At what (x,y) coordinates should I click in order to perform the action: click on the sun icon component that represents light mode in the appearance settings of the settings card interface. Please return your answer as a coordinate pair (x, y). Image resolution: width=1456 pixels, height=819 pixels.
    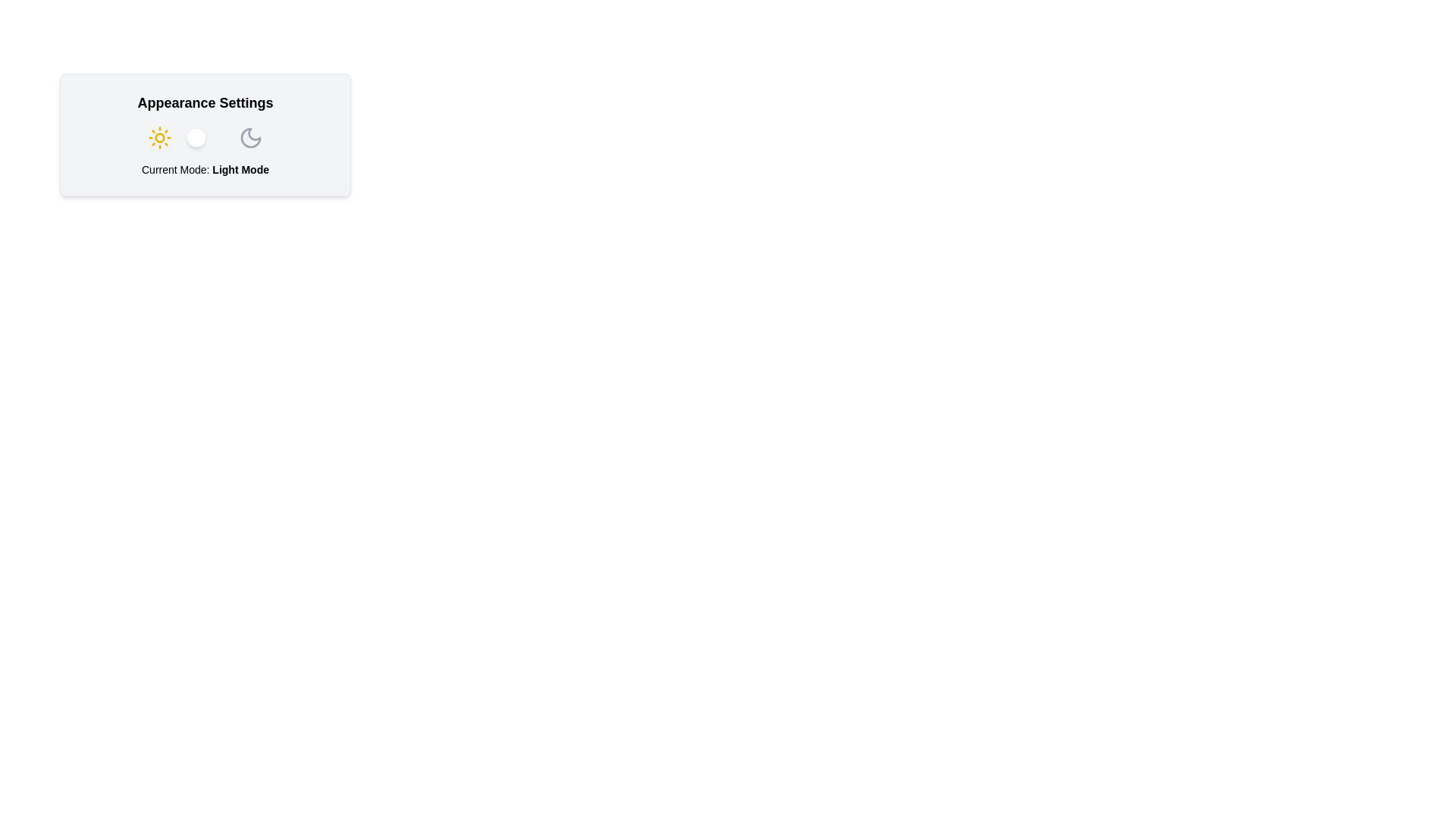
    Looking at the image, I should click on (160, 137).